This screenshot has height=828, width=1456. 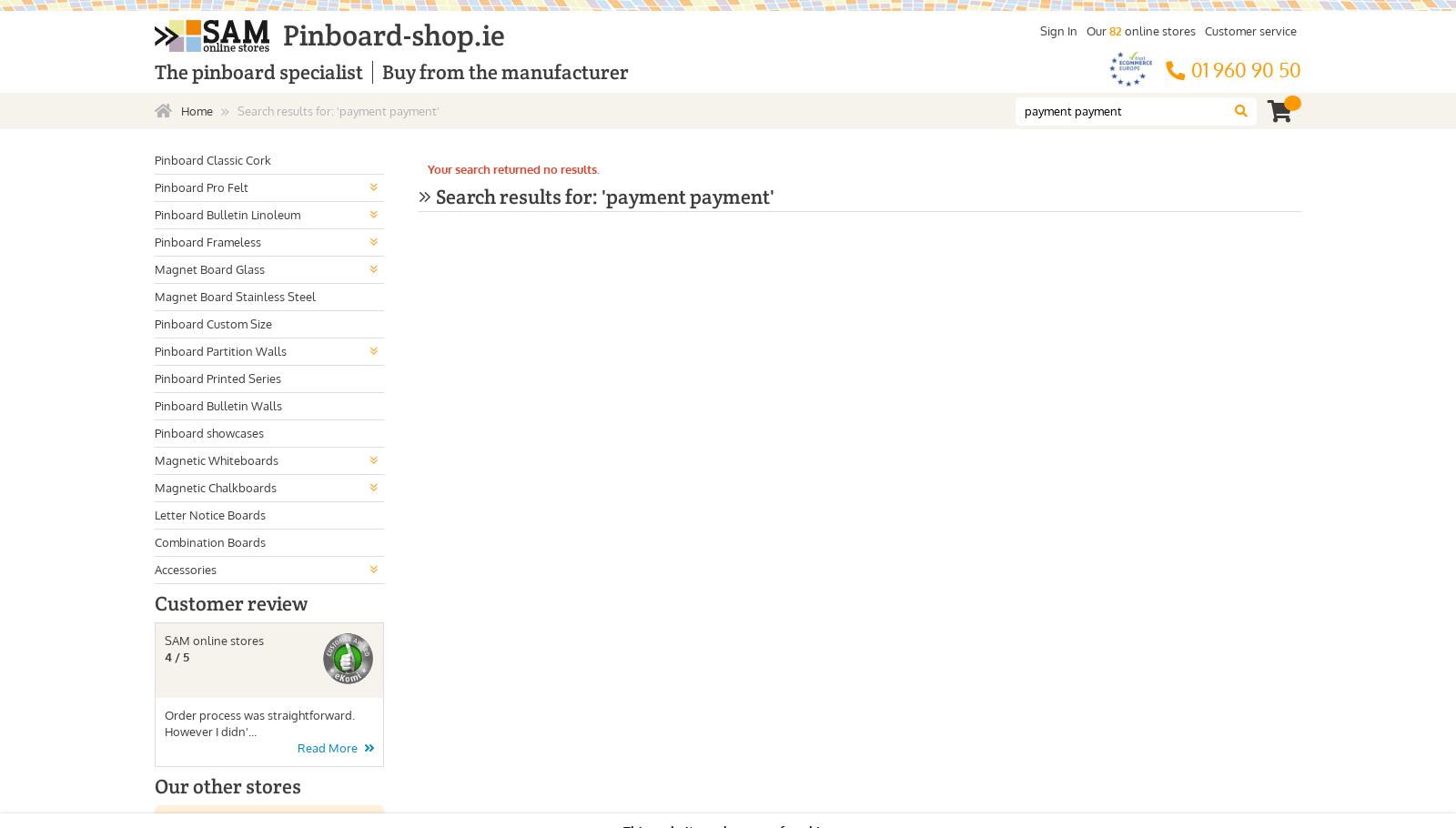 I want to click on 'Pinboard Bulletin Walls', so click(x=218, y=405).